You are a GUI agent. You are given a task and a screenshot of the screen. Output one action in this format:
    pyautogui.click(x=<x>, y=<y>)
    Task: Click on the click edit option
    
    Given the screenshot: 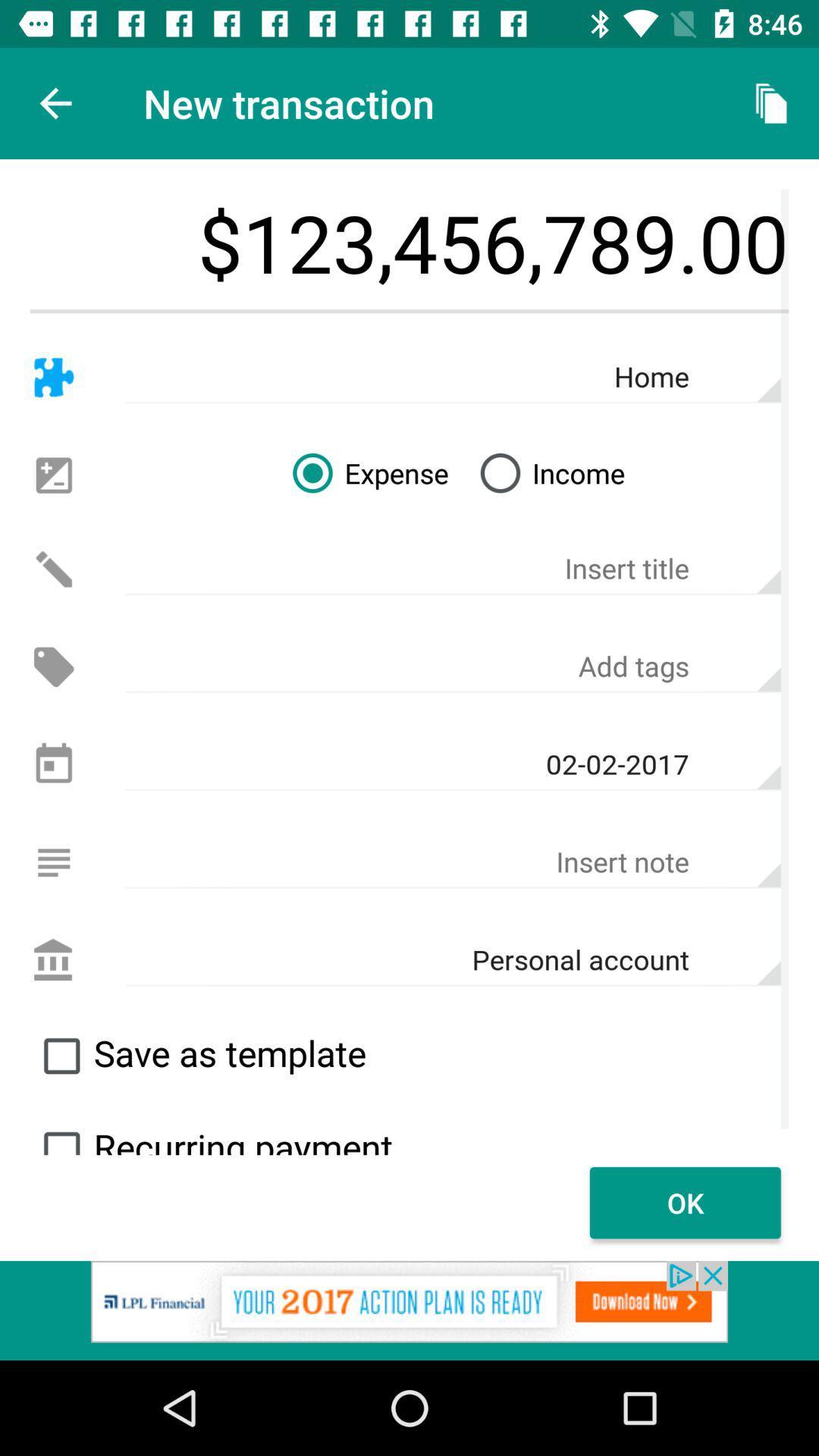 What is the action you would take?
    pyautogui.click(x=53, y=568)
    